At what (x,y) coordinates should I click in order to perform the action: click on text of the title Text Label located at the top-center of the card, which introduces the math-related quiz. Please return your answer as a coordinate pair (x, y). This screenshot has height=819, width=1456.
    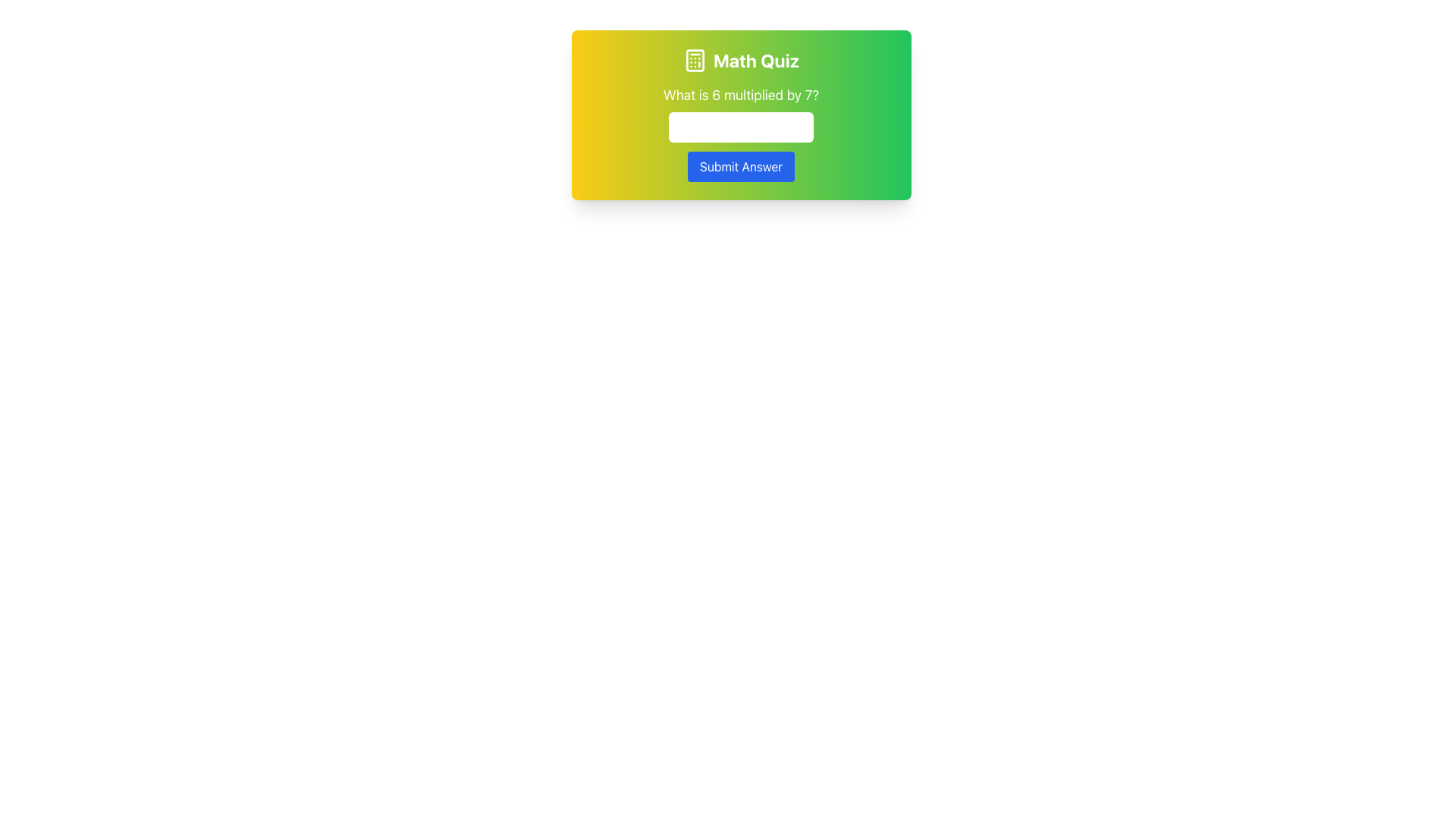
    Looking at the image, I should click on (756, 60).